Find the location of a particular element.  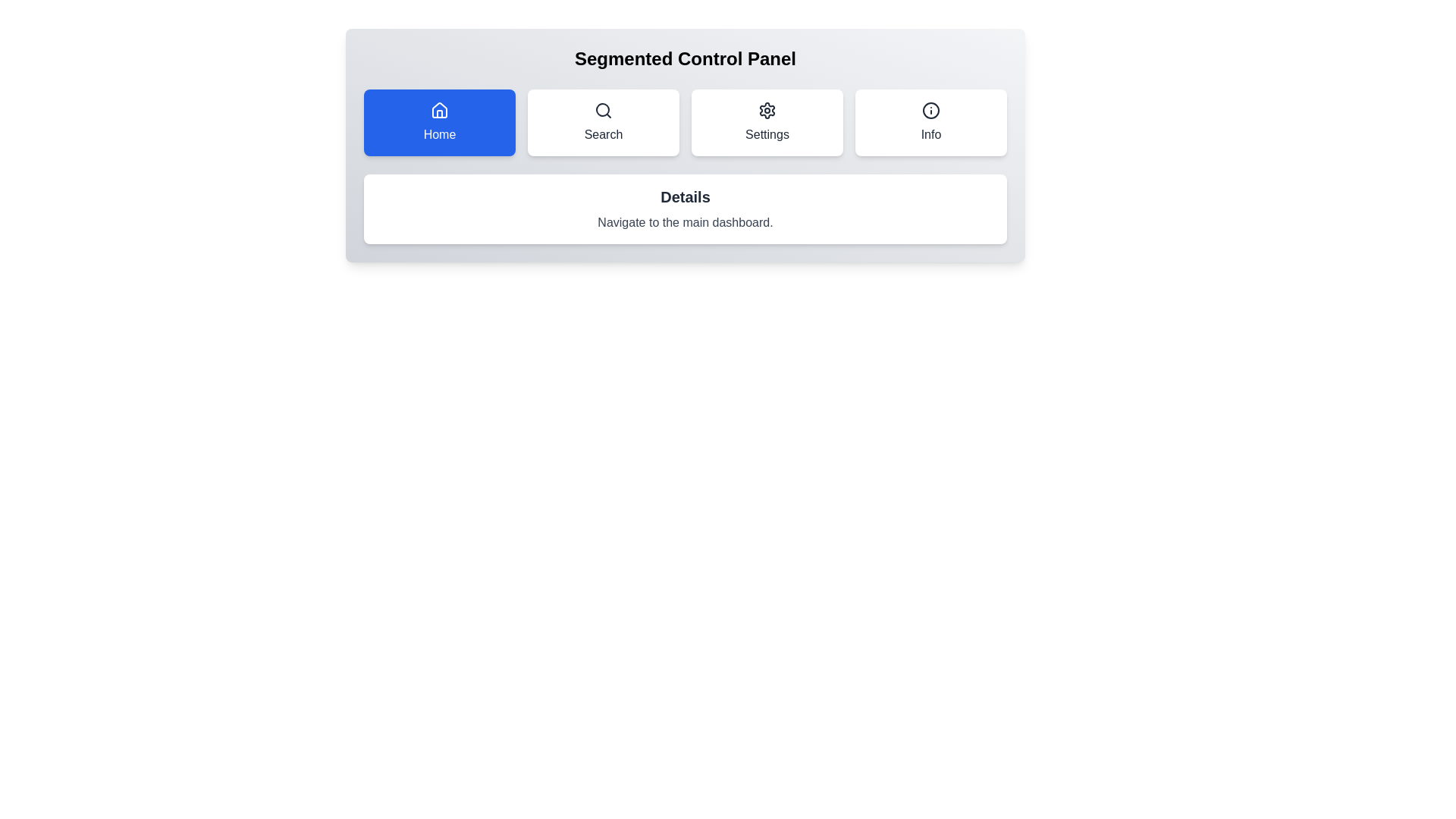

the search button, which is the second button in a horizontal grid layout is located at coordinates (603, 122).